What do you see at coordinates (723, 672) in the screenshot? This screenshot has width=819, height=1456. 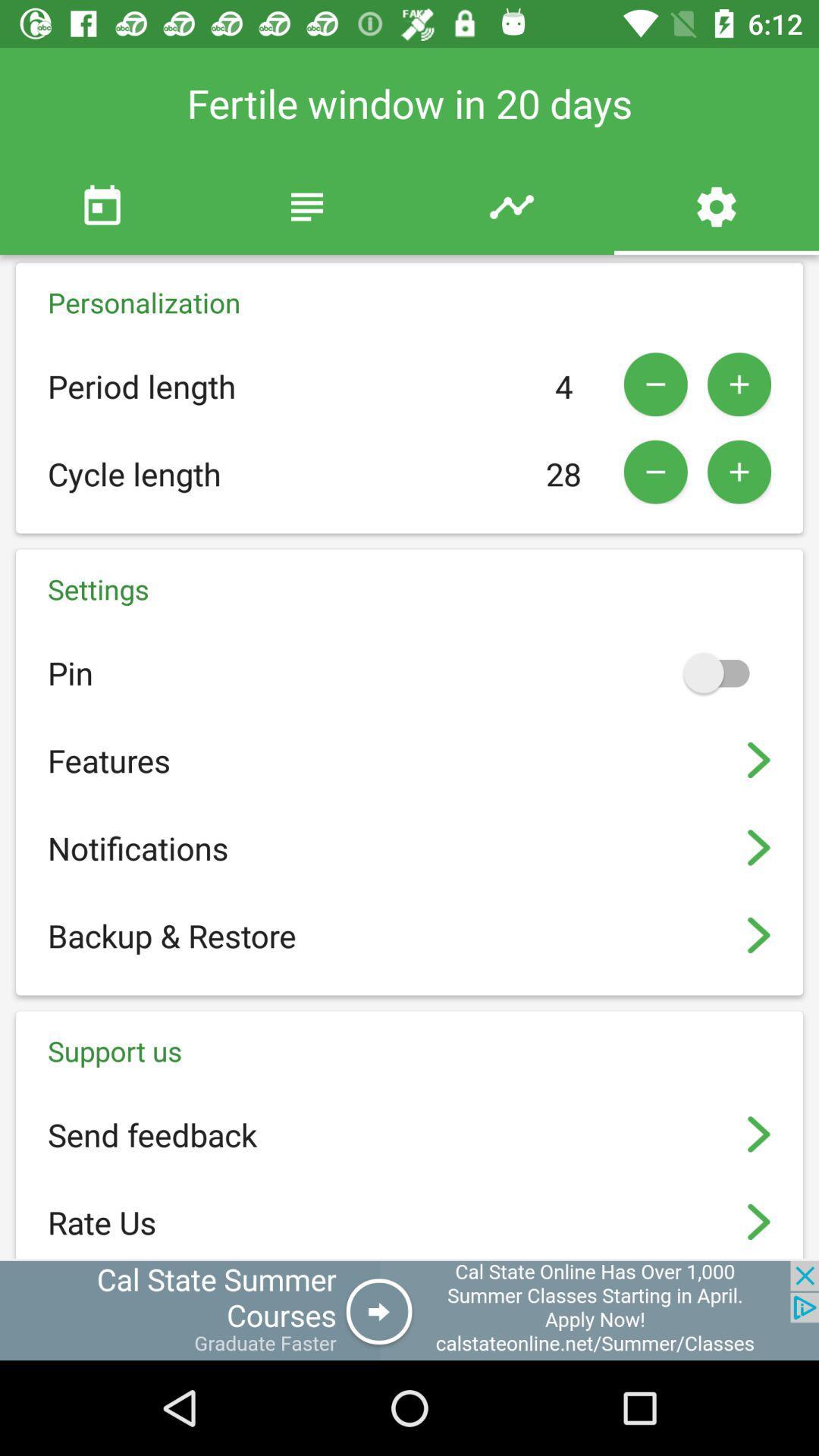 I see `on and off option` at bounding box center [723, 672].